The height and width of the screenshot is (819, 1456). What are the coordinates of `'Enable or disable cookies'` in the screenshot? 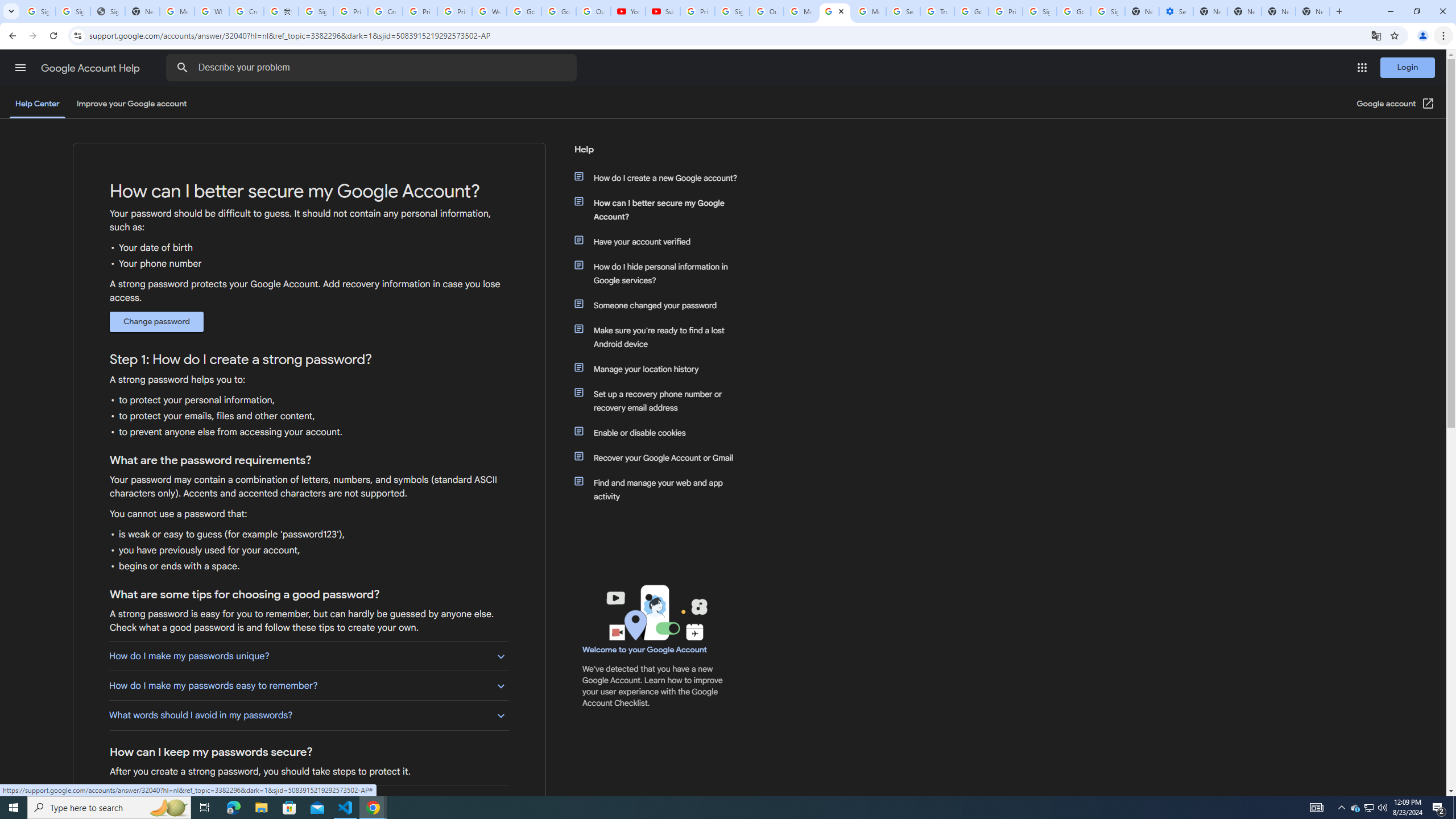 It's located at (661, 433).